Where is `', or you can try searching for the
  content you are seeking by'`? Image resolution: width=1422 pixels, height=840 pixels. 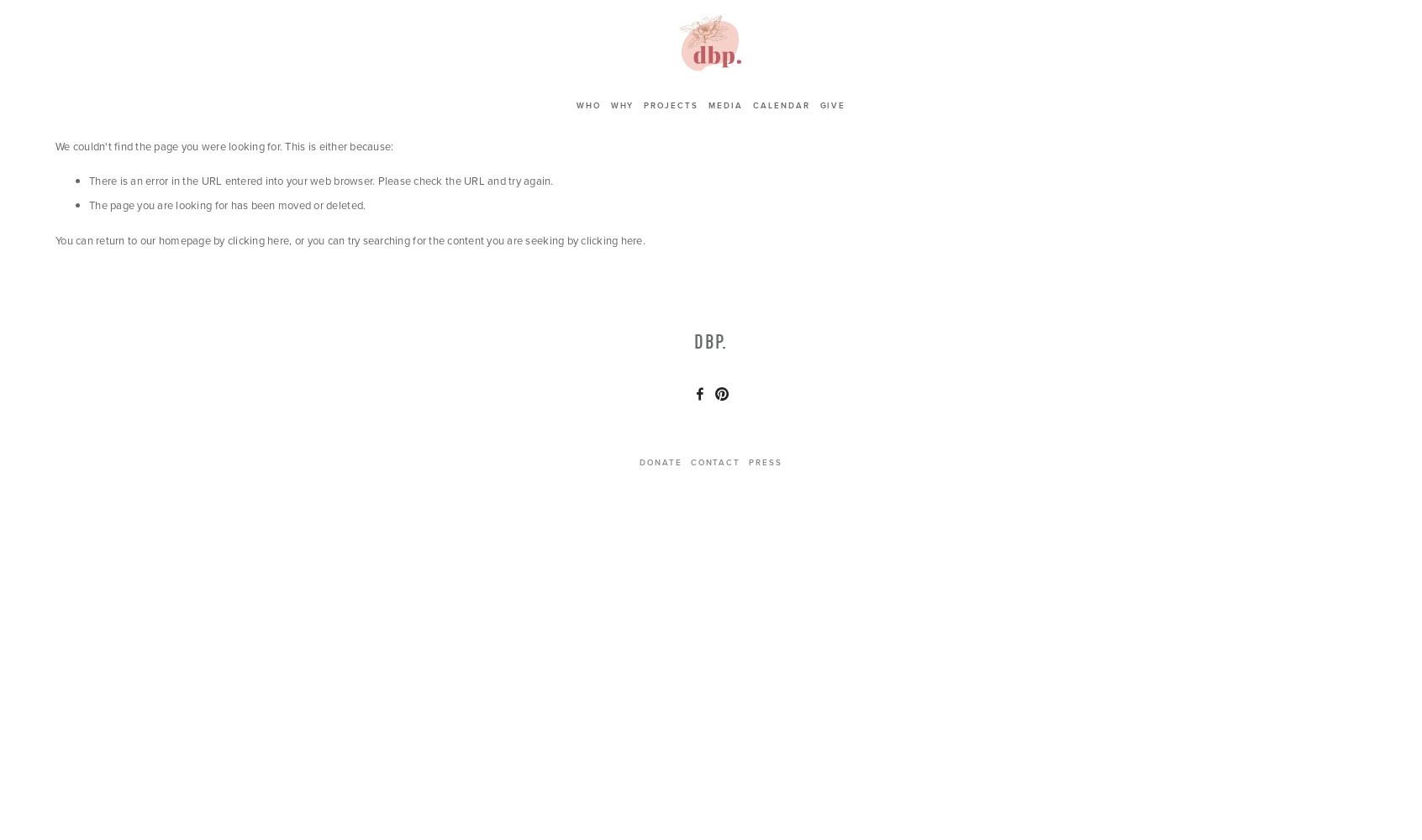 ', or you can try searching for the
  content you are seeking by' is located at coordinates (434, 239).